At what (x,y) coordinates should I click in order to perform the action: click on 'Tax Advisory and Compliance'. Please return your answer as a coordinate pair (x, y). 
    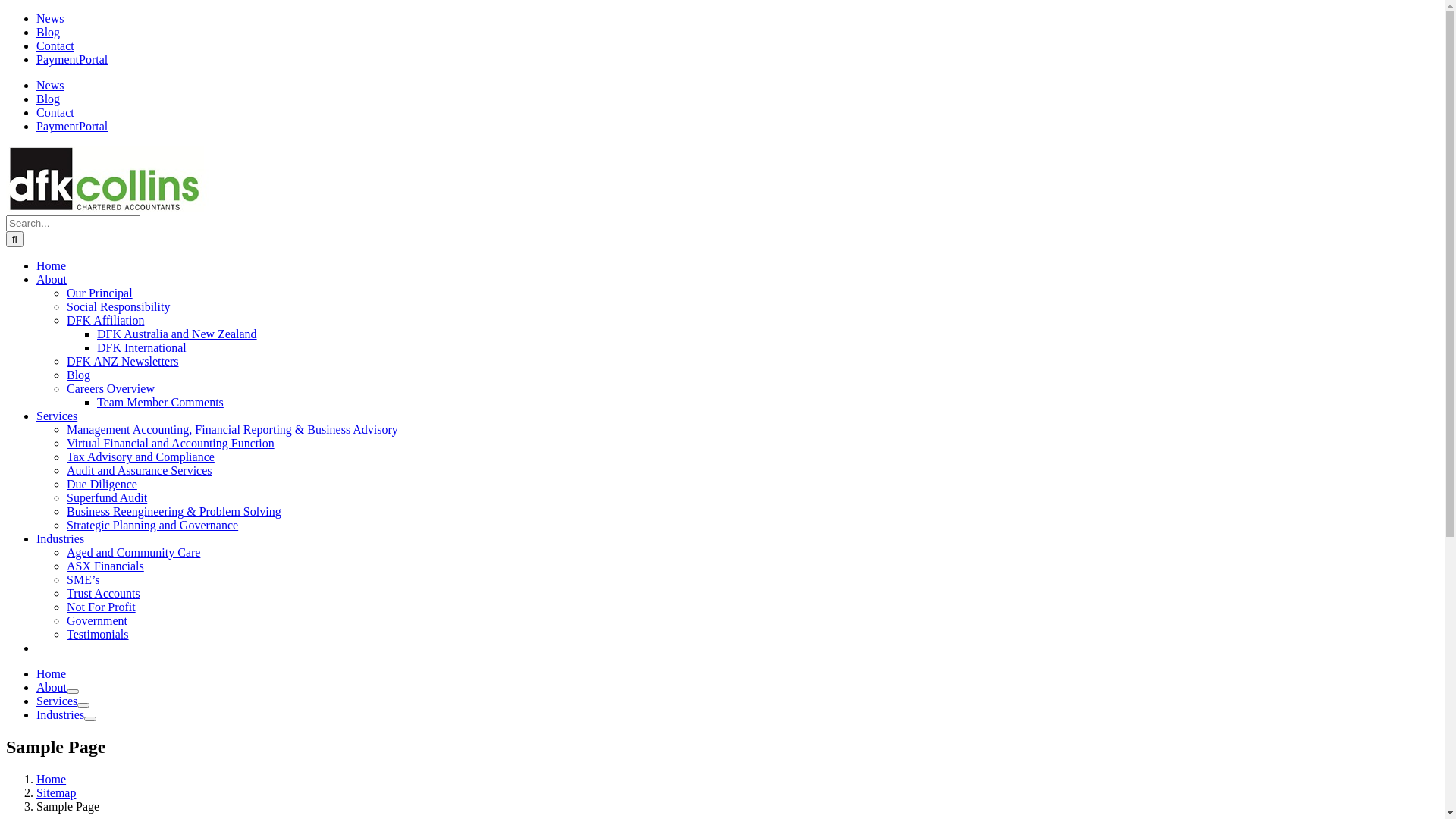
    Looking at the image, I should click on (65, 456).